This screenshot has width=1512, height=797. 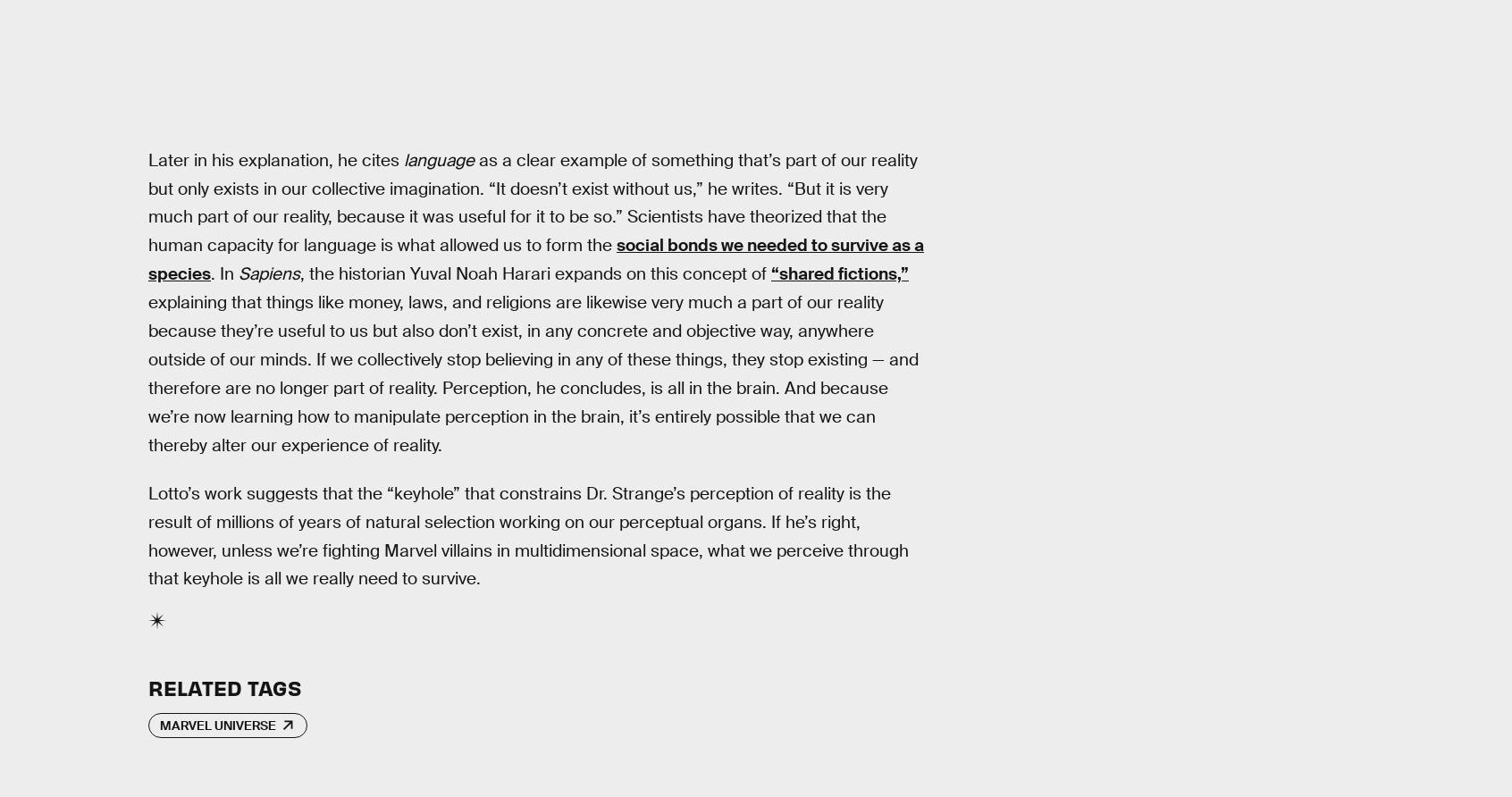 I want to click on 'Later in his explanation, he cites', so click(x=274, y=158).